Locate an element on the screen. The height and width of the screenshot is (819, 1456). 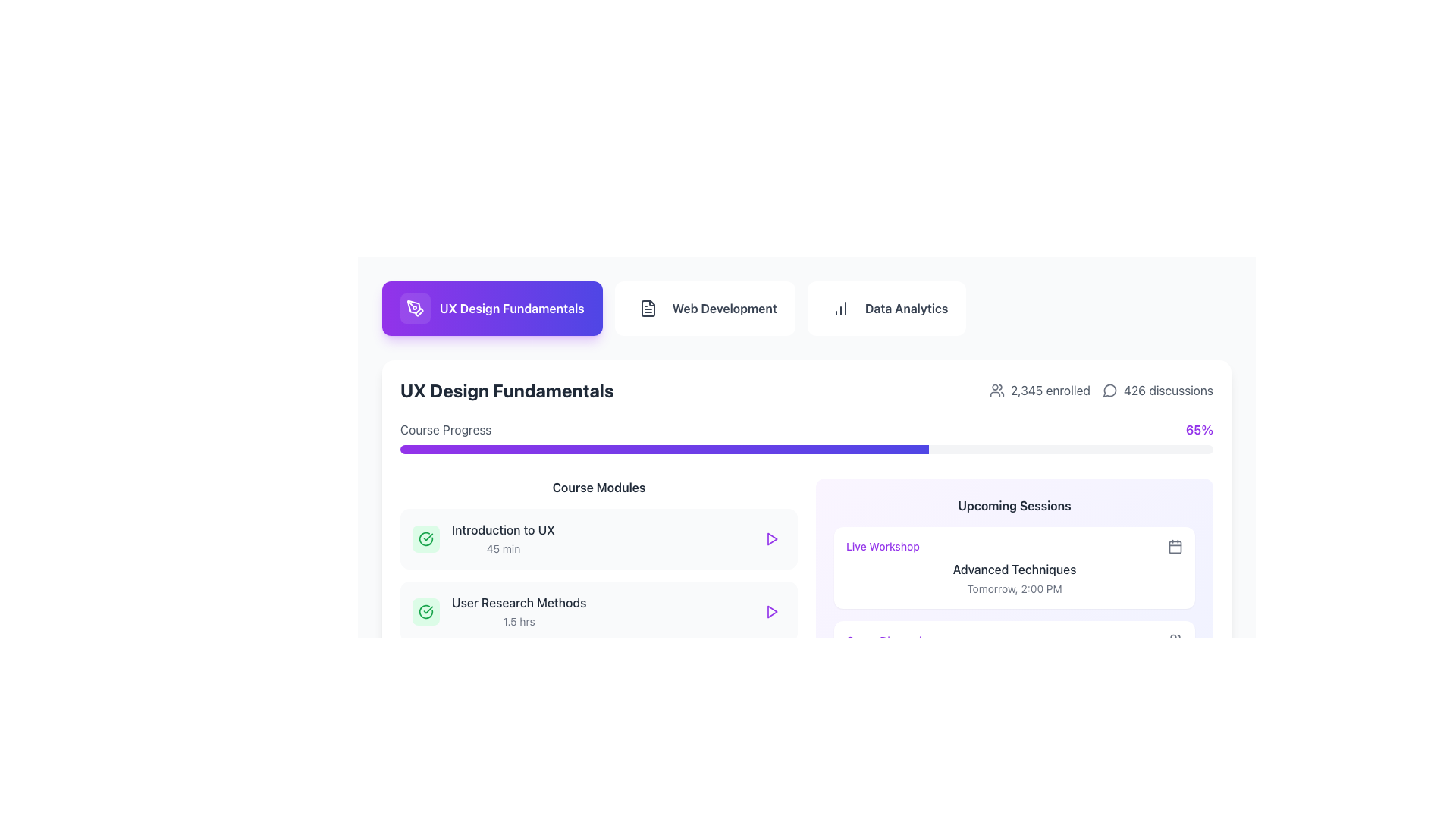
the icon representing data analytics located inside the 'Data Analytics' button, positioned to the left of the text label is located at coordinates (839, 308).